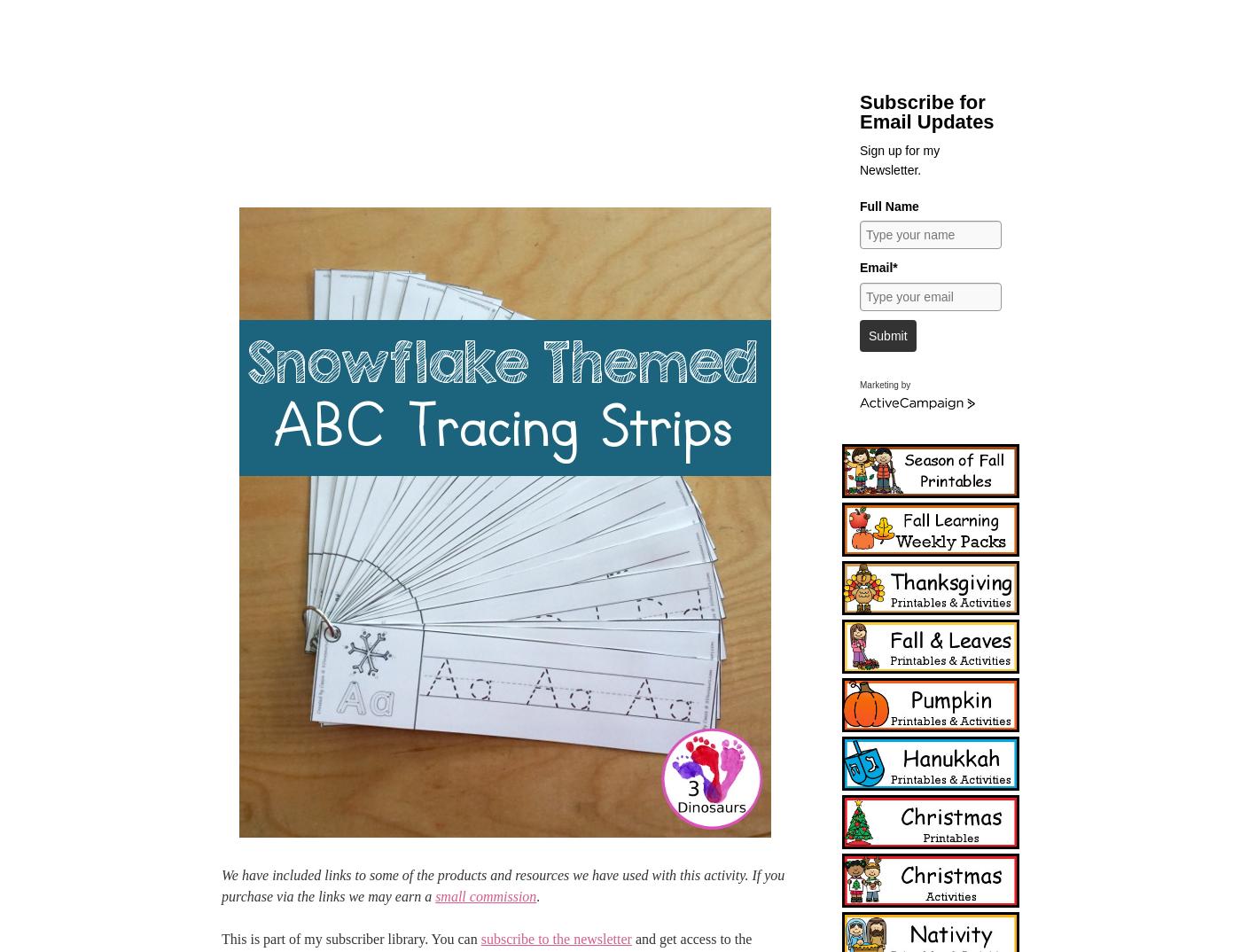 The image size is (1241, 952). Describe the element at coordinates (926, 111) in the screenshot. I see `'Subscribe for Email Updates'` at that location.